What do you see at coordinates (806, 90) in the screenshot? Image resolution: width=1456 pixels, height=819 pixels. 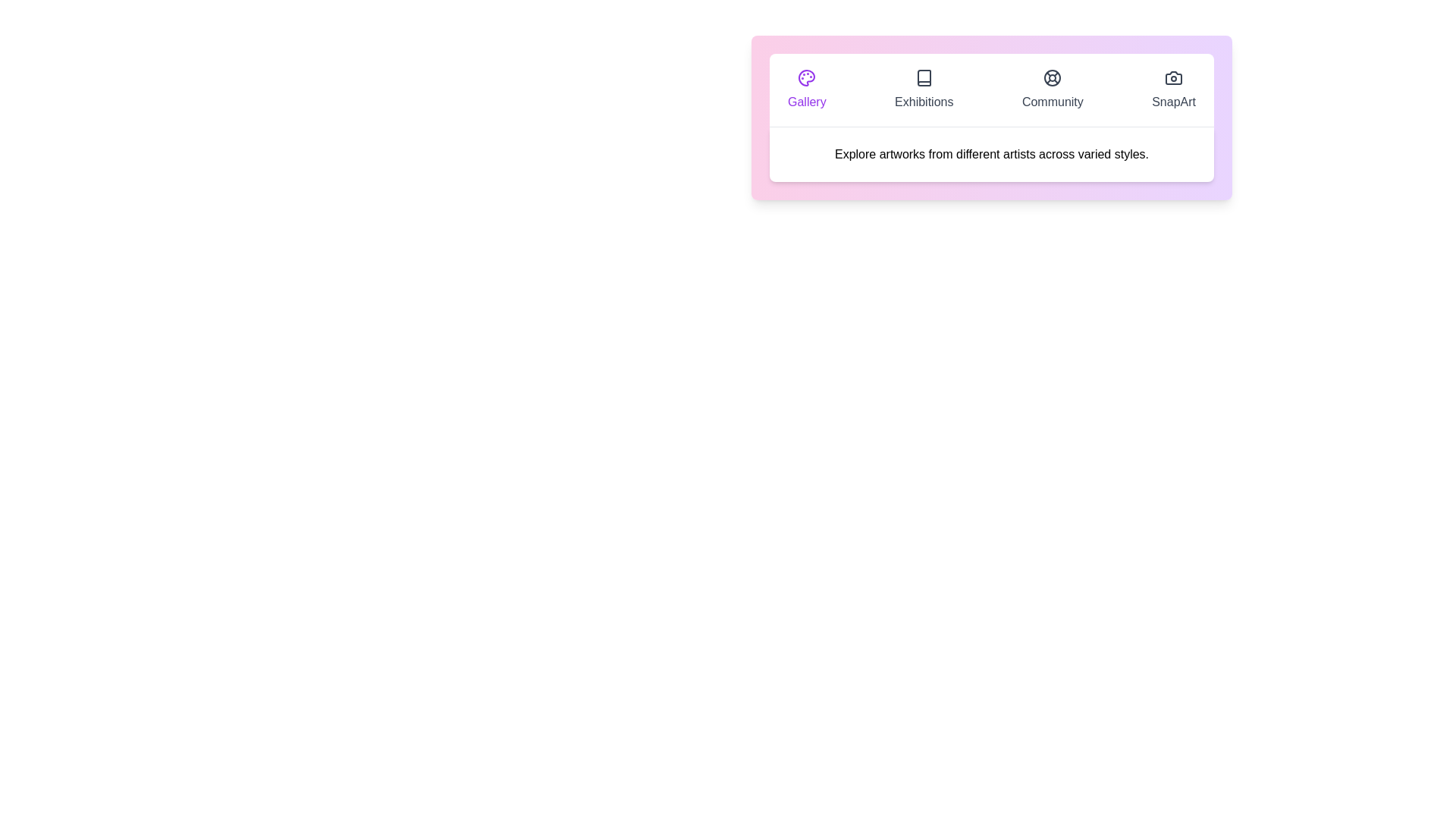 I see `the tab labeled Gallery` at bounding box center [806, 90].